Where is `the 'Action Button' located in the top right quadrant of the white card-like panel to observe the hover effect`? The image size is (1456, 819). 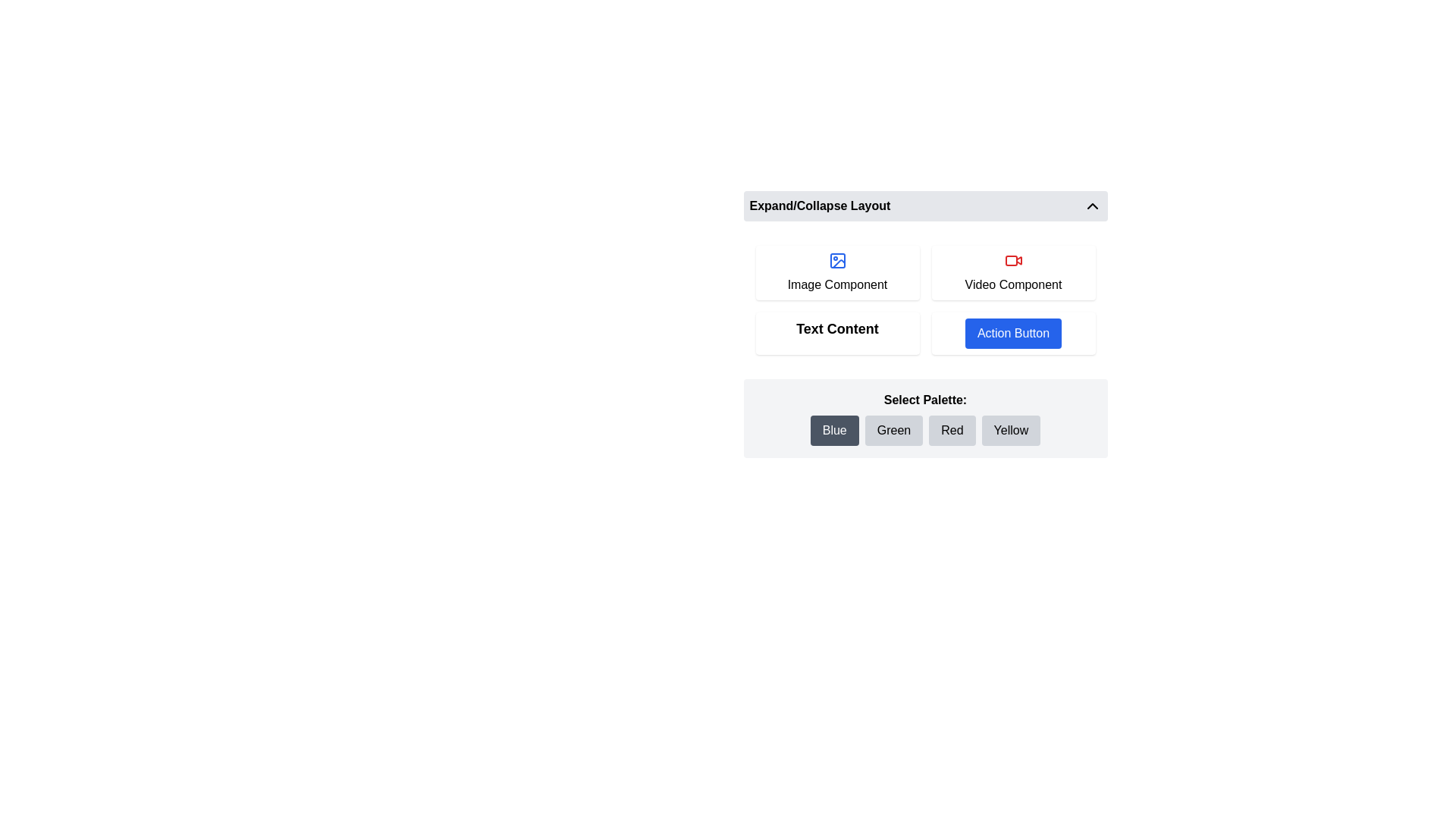 the 'Action Button' located in the top right quadrant of the white card-like panel to observe the hover effect is located at coordinates (1013, 332).